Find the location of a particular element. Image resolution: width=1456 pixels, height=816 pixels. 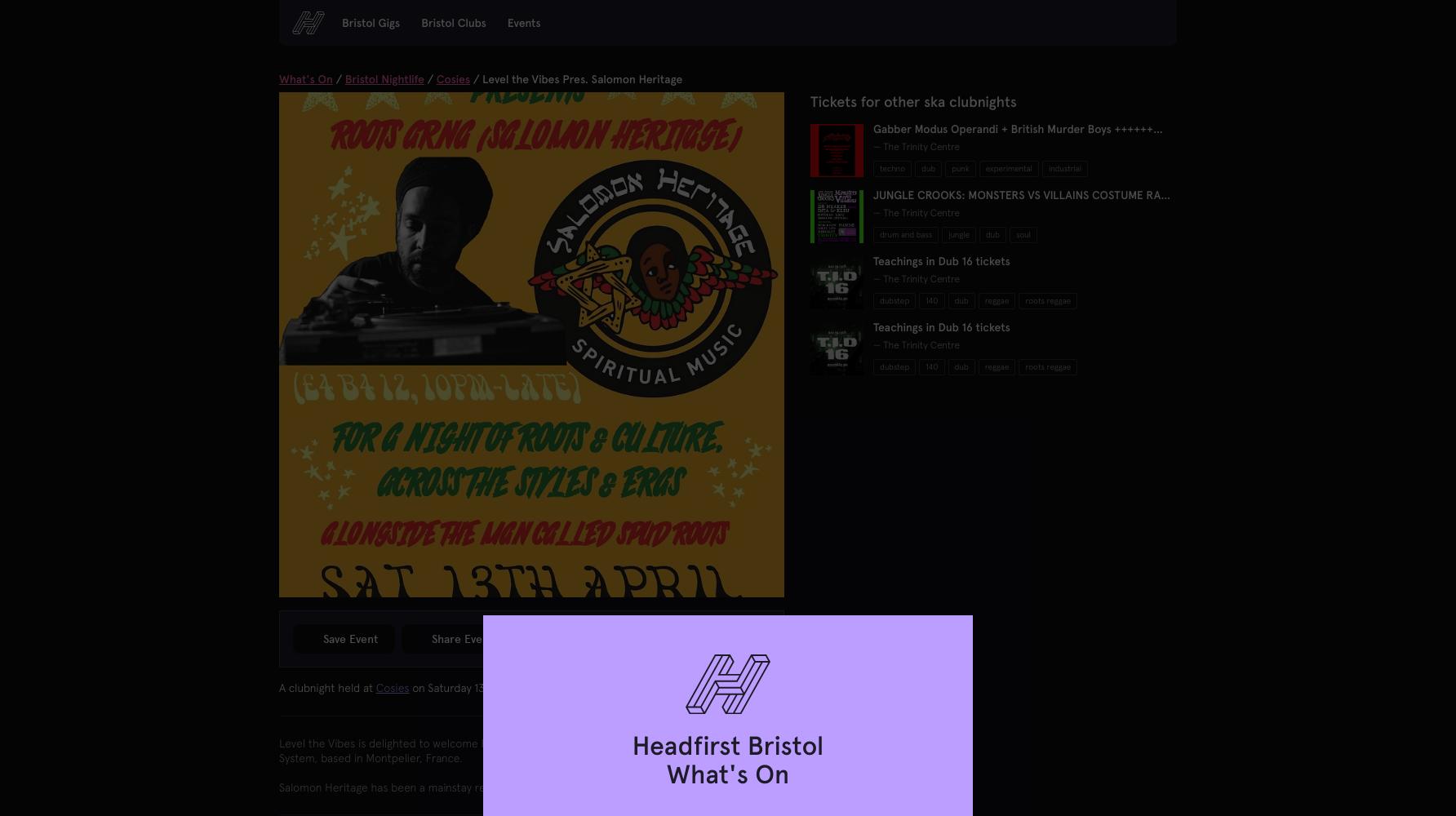

'Tickets for other ska clubnights' is located at coordinates (912, 100).